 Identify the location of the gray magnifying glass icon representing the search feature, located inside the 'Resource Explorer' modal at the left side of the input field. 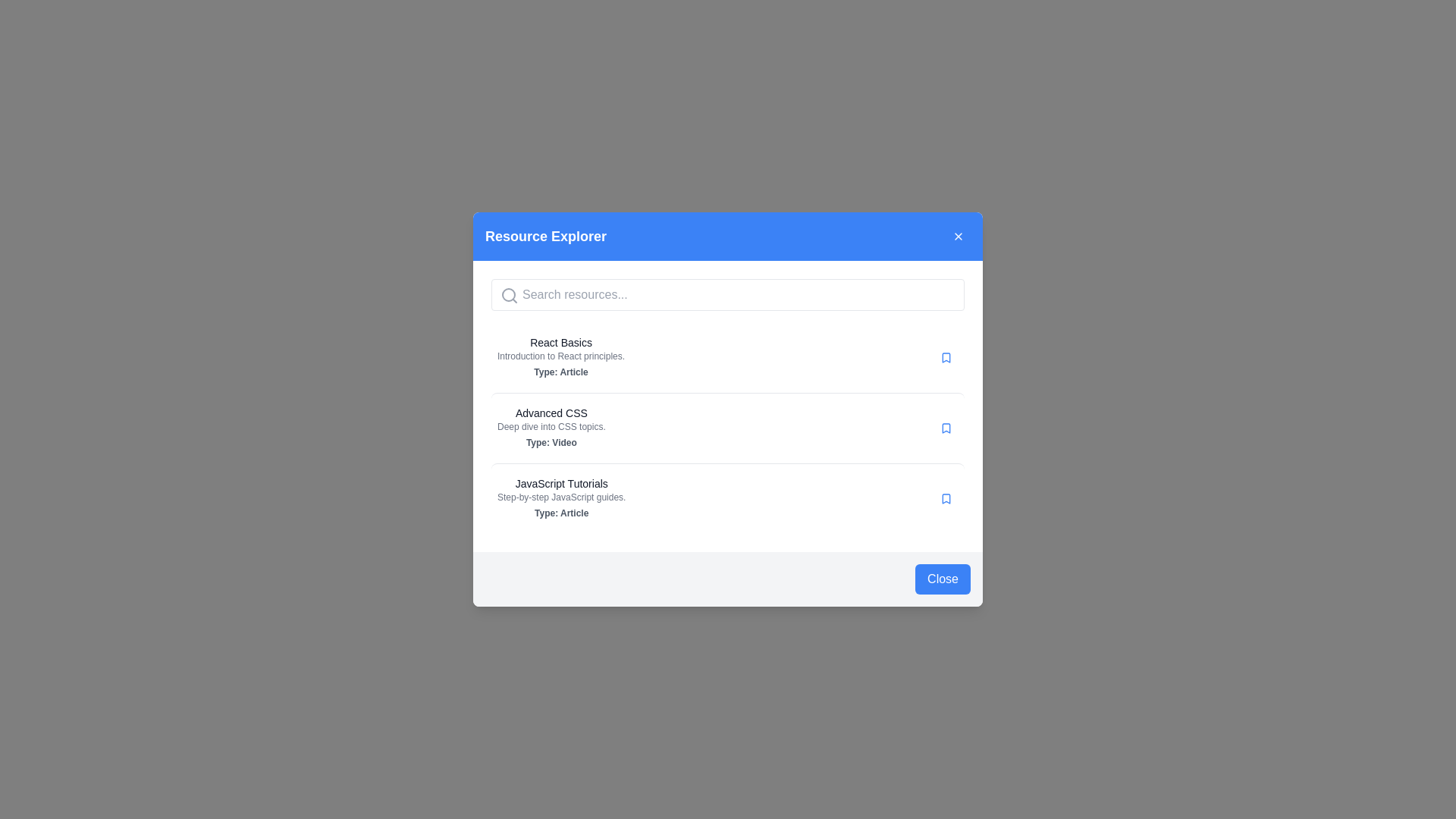
(510, 295).